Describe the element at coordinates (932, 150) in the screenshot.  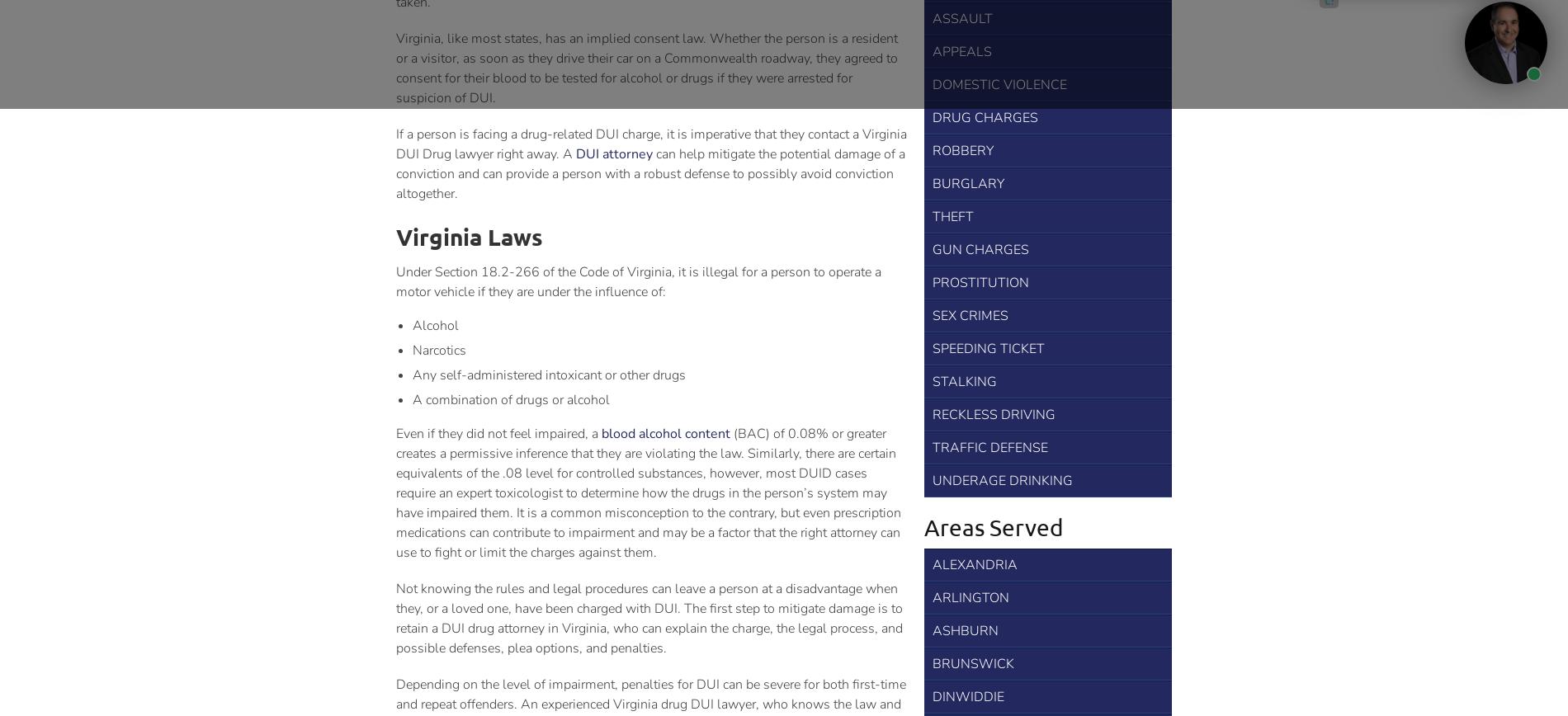
I see `'Robbery'` at that location.